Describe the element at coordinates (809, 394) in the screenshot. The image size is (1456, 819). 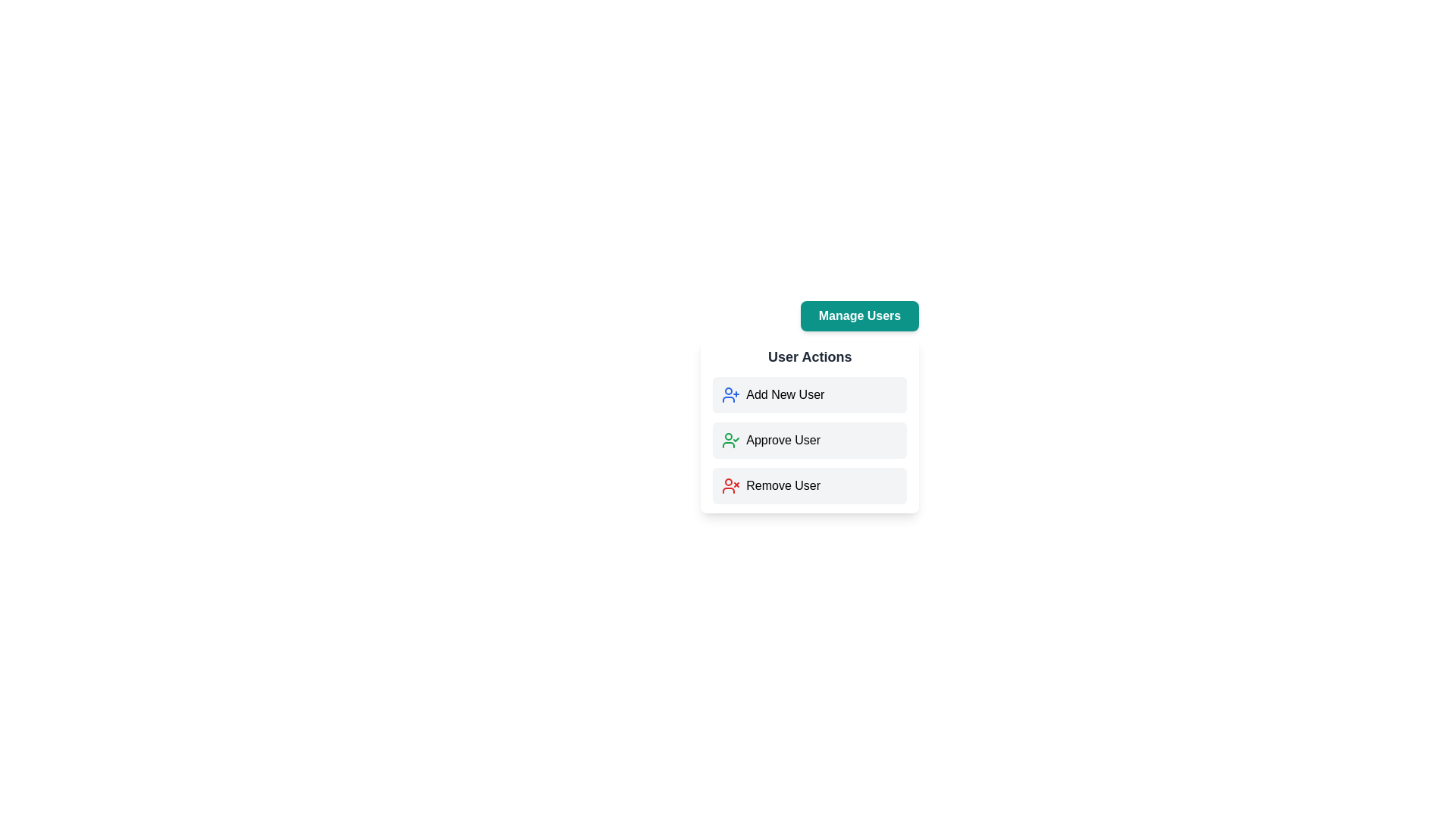
I see `the 'Add User' button located at the top of the 'User Actions' list` at that location.